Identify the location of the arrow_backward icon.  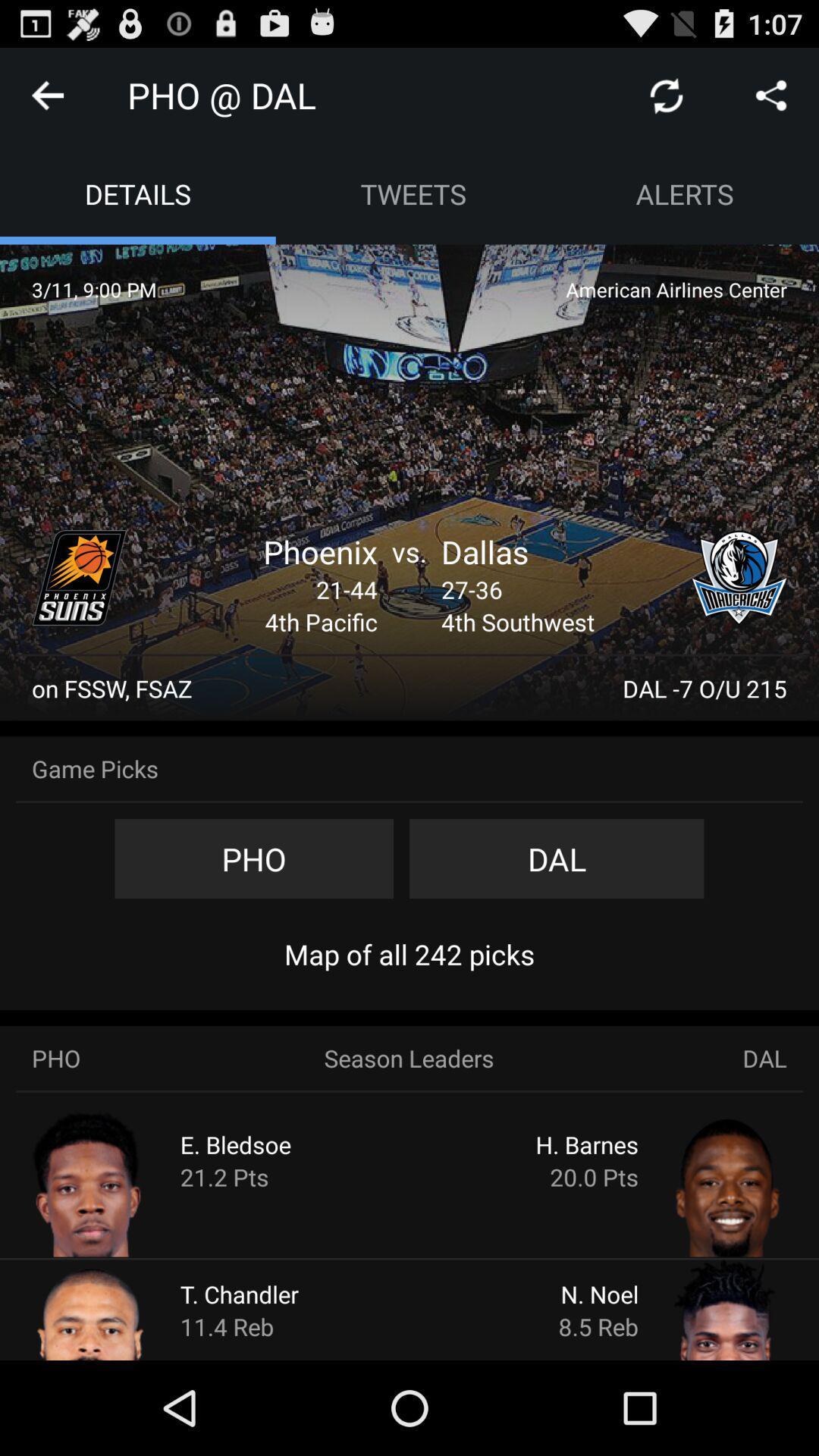
(46, 101).